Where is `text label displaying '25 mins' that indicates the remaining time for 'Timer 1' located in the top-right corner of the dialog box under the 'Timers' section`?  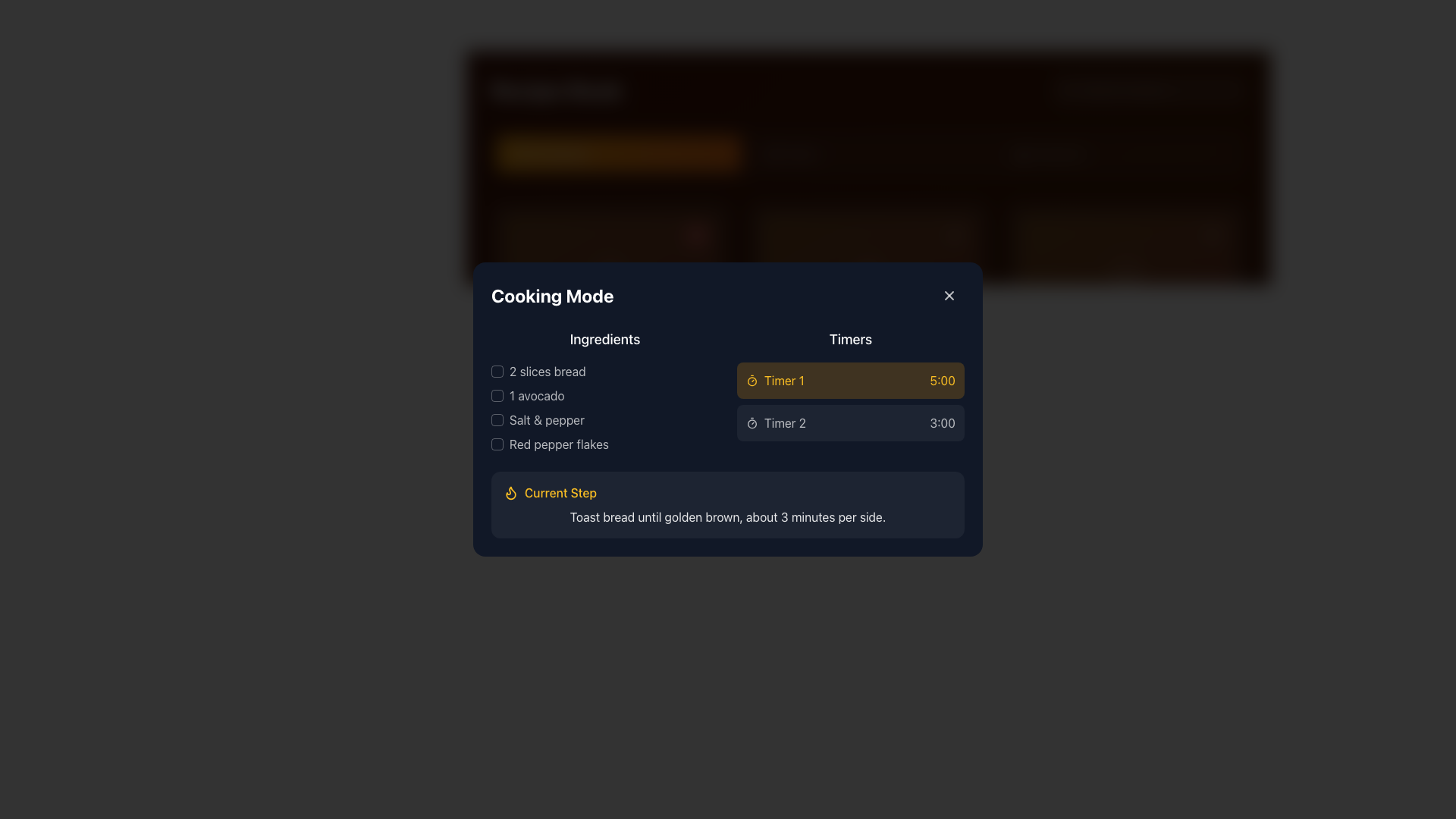 text label displaying '25 mins' that indicates the remaining time for 'Timer 1' located in the top-right corner of the dialog box under the 'Timers' section is located at coordinates (794, 382).